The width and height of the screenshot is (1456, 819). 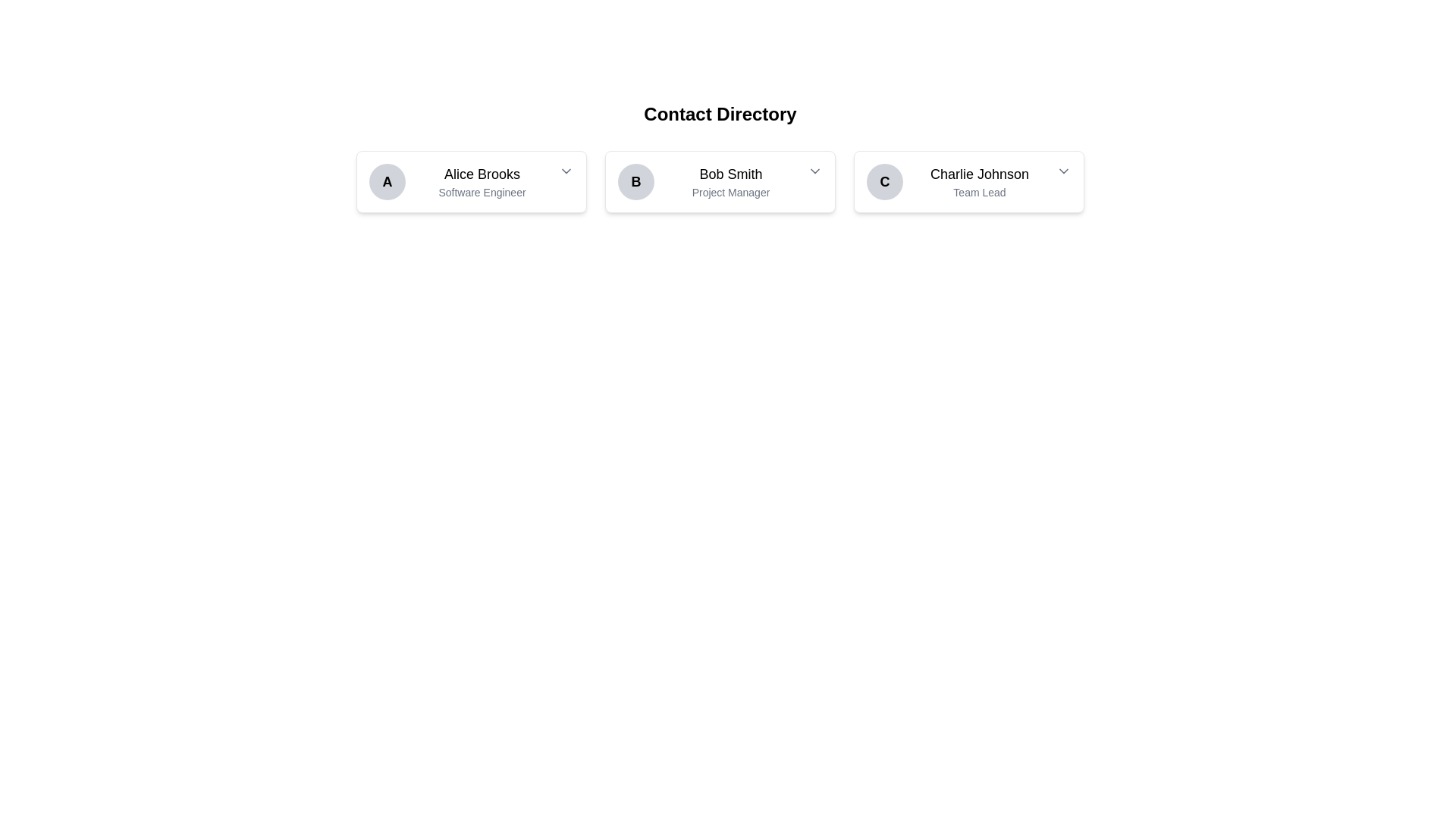 What do you see at coordinates (481, 192) in the screenshot?
I see `the linked information associated with the 'Software Engineer' text label, which is displayed in a smaller gray font below 'Alice Brooks'` at bounding box center [481, 192].